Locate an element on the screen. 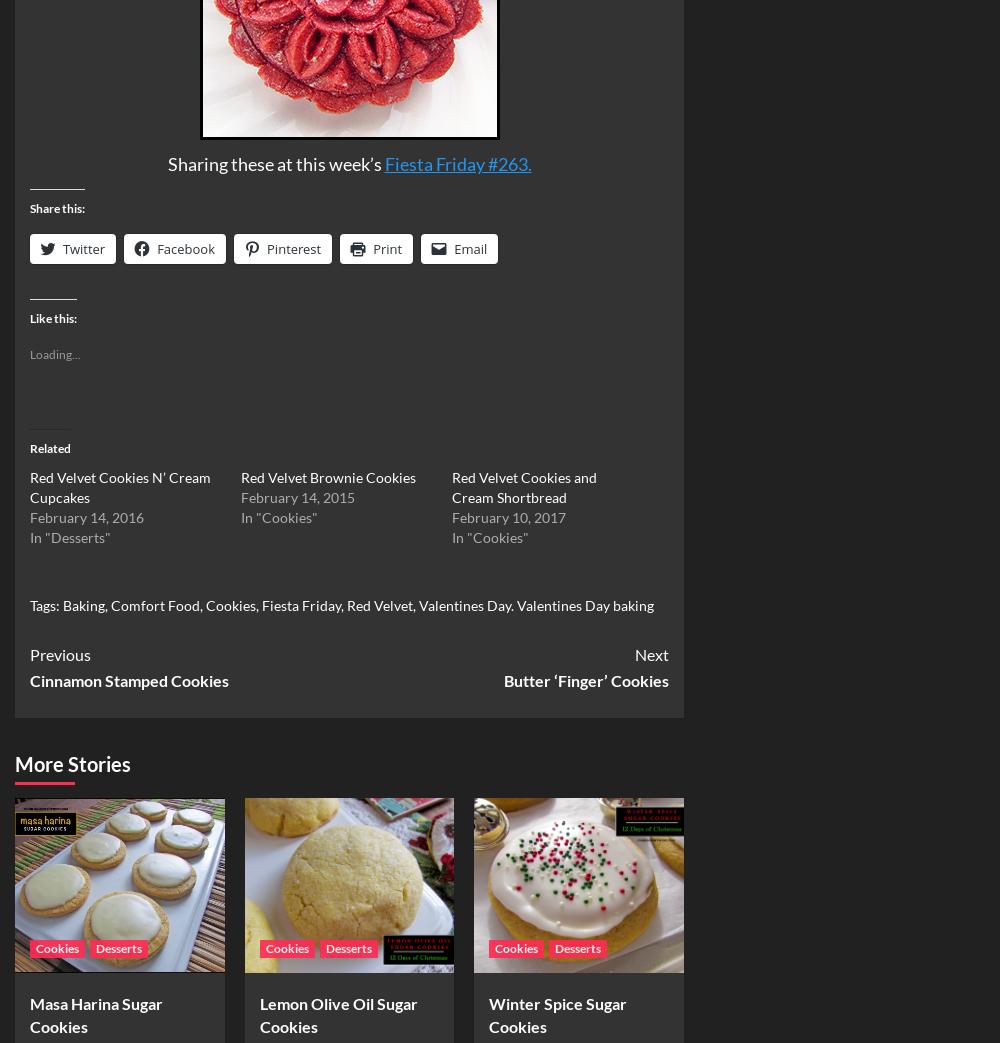  'Facebook' is located at coordinates (186, 248).